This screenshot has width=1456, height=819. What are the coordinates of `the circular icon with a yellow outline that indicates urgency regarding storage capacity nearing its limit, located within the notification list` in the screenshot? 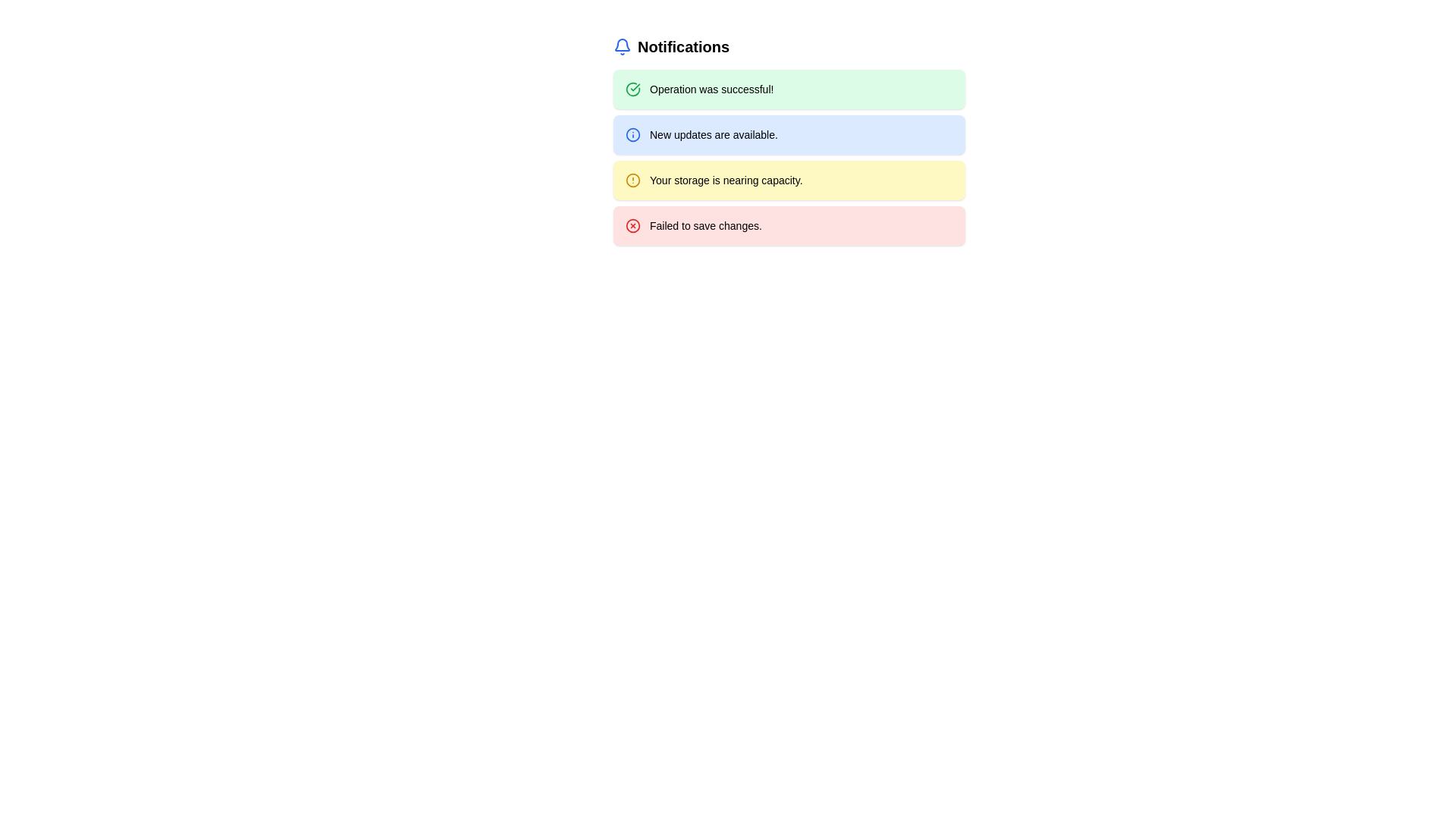 It's located at (633, 180).